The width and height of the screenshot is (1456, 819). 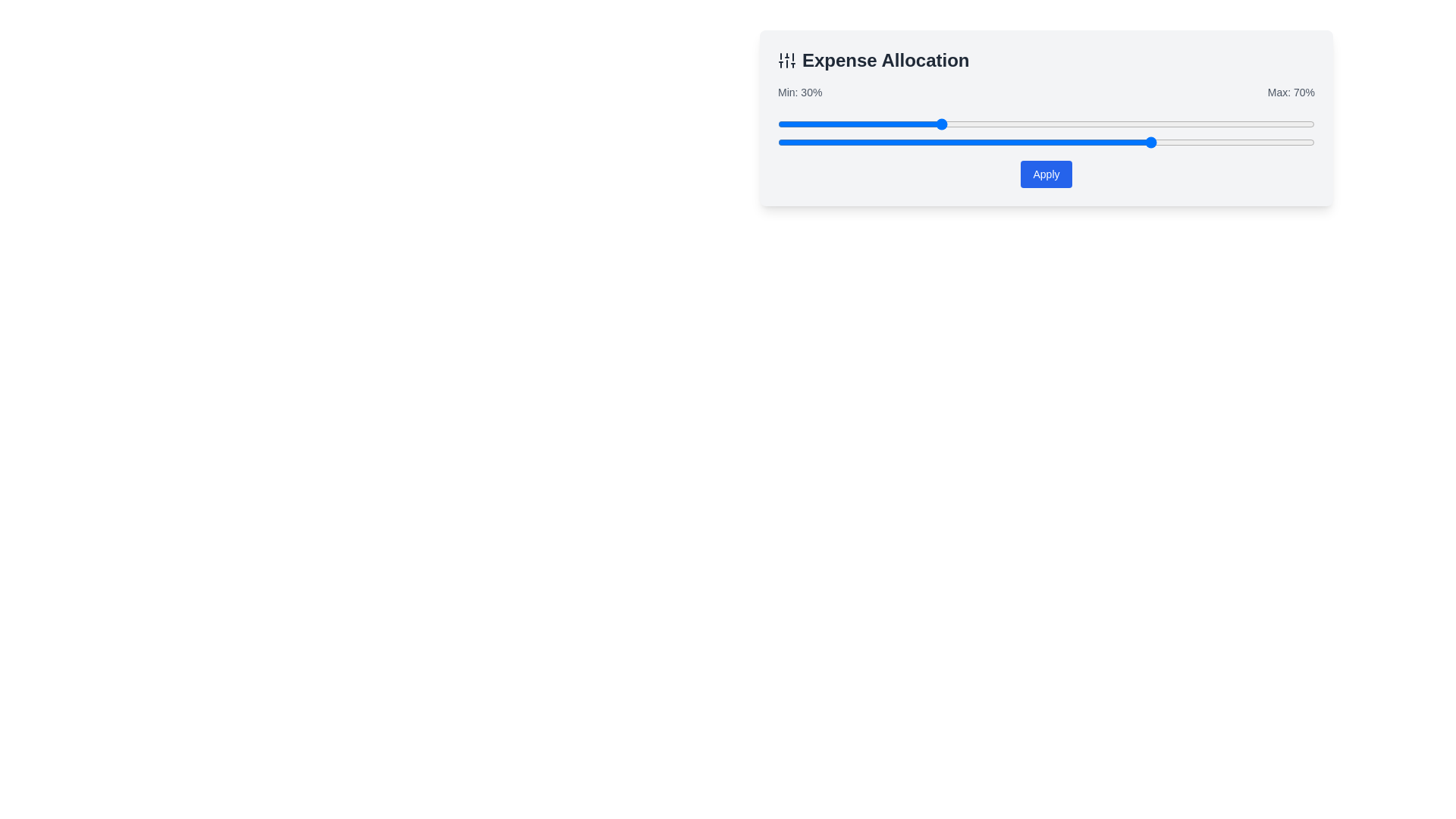 What do you see at coordinates (1046, 174) in the screenshot?
I see `the confirmation button located centrally beneath the two horizontal blue sliders to apply the changes made using the sliders` at bounding box center [1046, 174].